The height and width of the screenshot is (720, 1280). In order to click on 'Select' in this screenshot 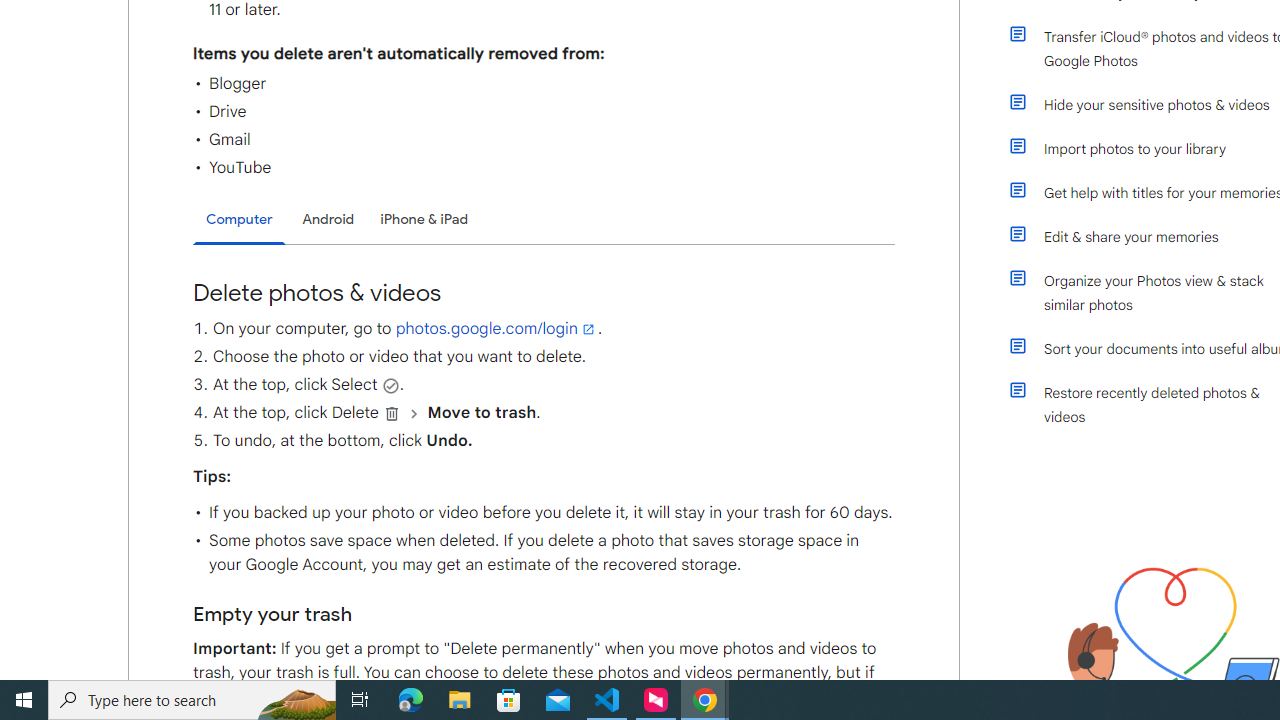, I will do `click(390, 385)`.